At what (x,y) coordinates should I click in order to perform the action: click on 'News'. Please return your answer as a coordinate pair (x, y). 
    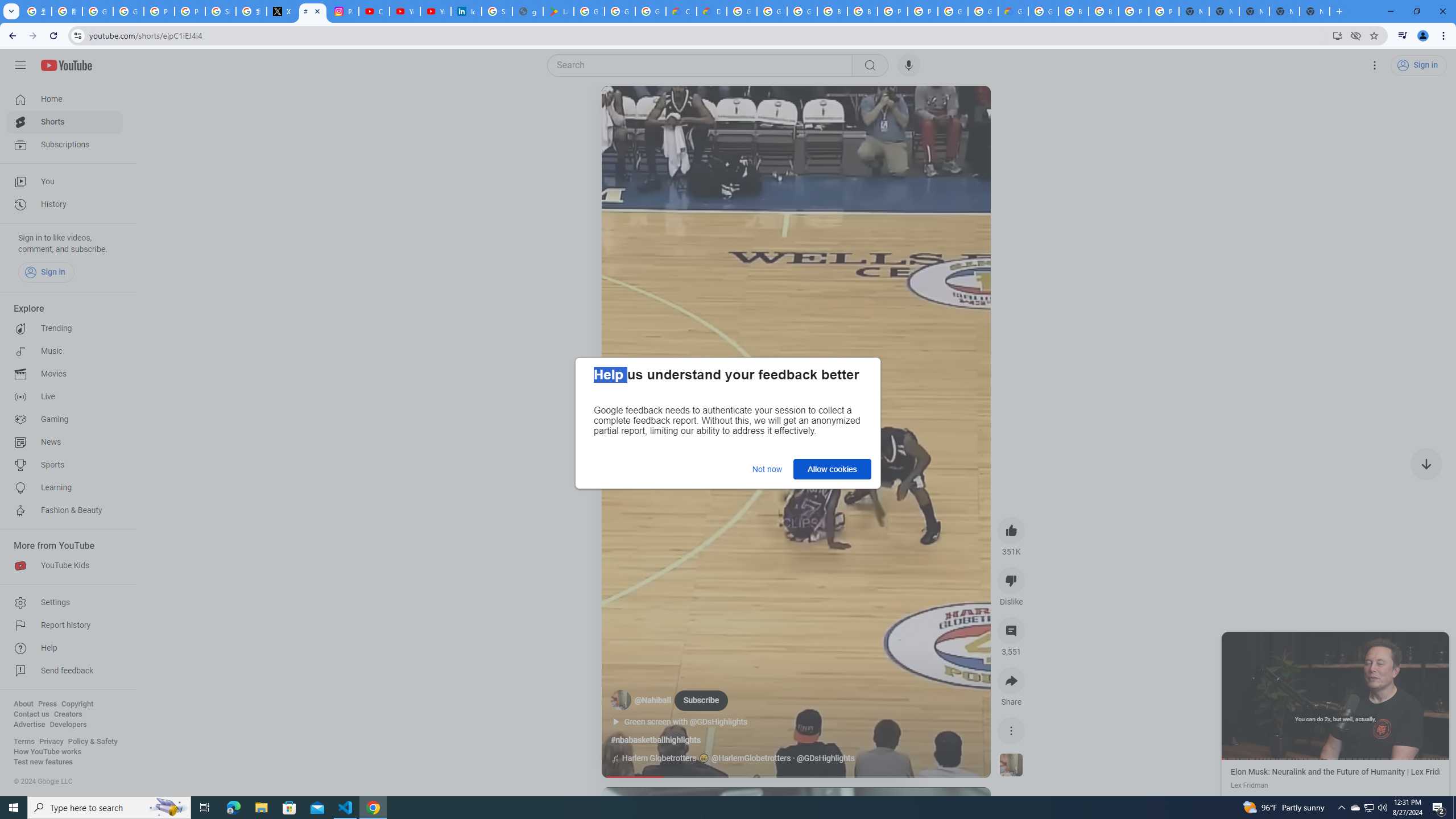
    Looking at the image, I should click on (64, 442).